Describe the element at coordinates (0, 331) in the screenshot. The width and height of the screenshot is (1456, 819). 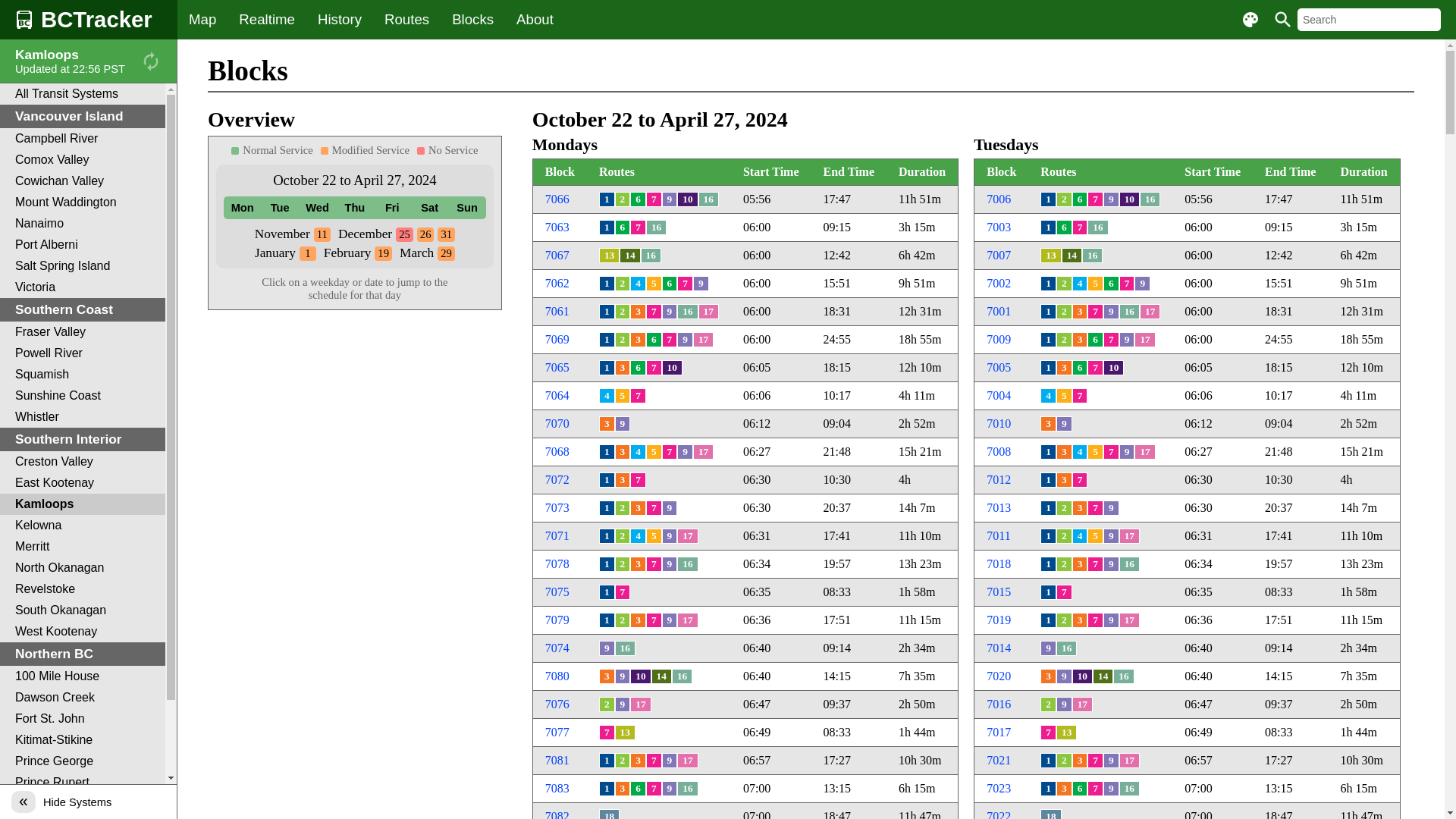
I see `'Fraser Valley'` at that location.